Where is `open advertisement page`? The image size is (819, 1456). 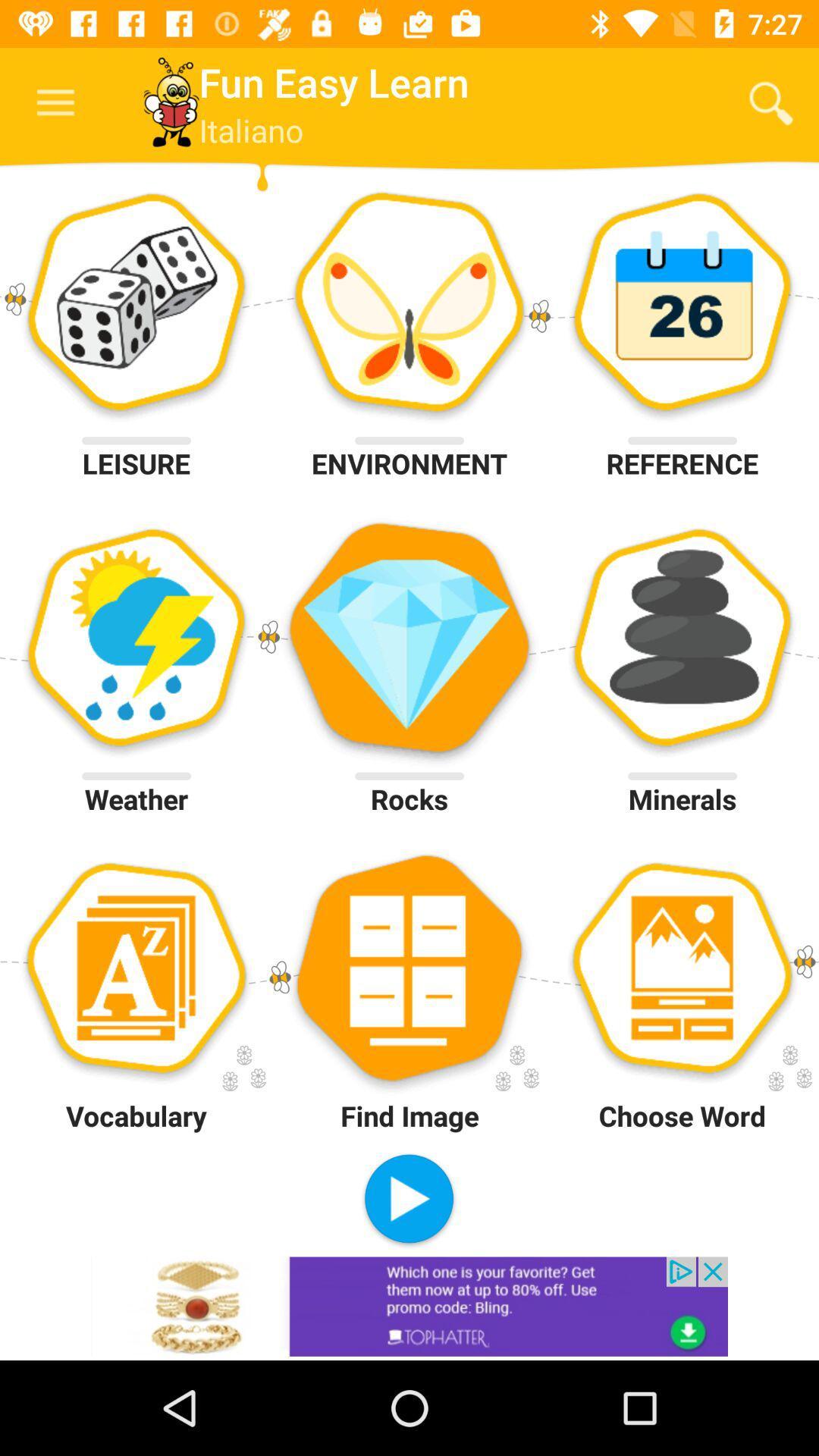 open advertisement page is located at coordinates (409, 1306).